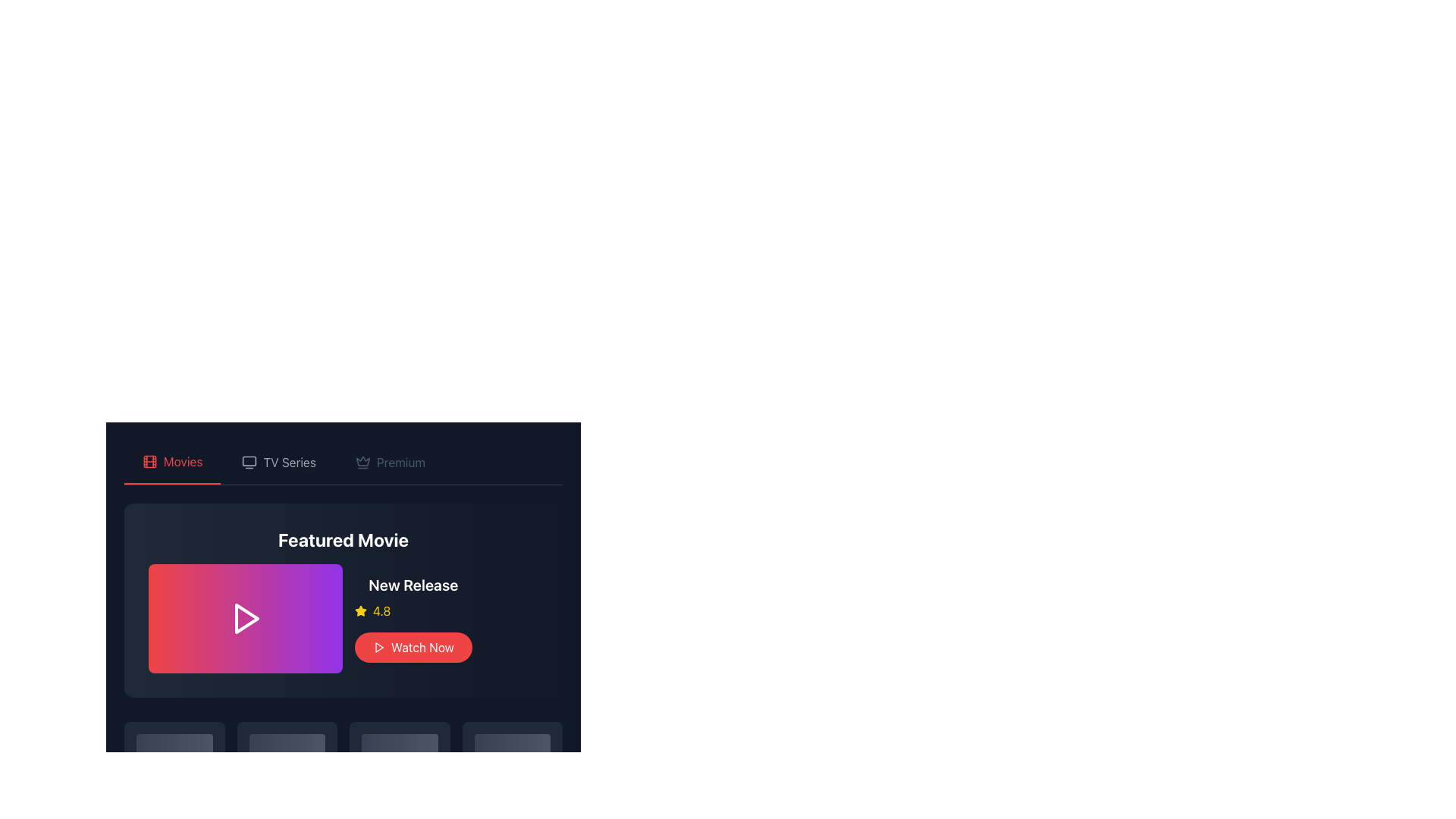 This screenshot has height=819, width=1456. Describe the element at coordinates (290, 461) in the screenshot. I see `the 'TV Series' text label which is the second item in the navigation list, positioned between 'Movies' and 'Premium'` at that location.